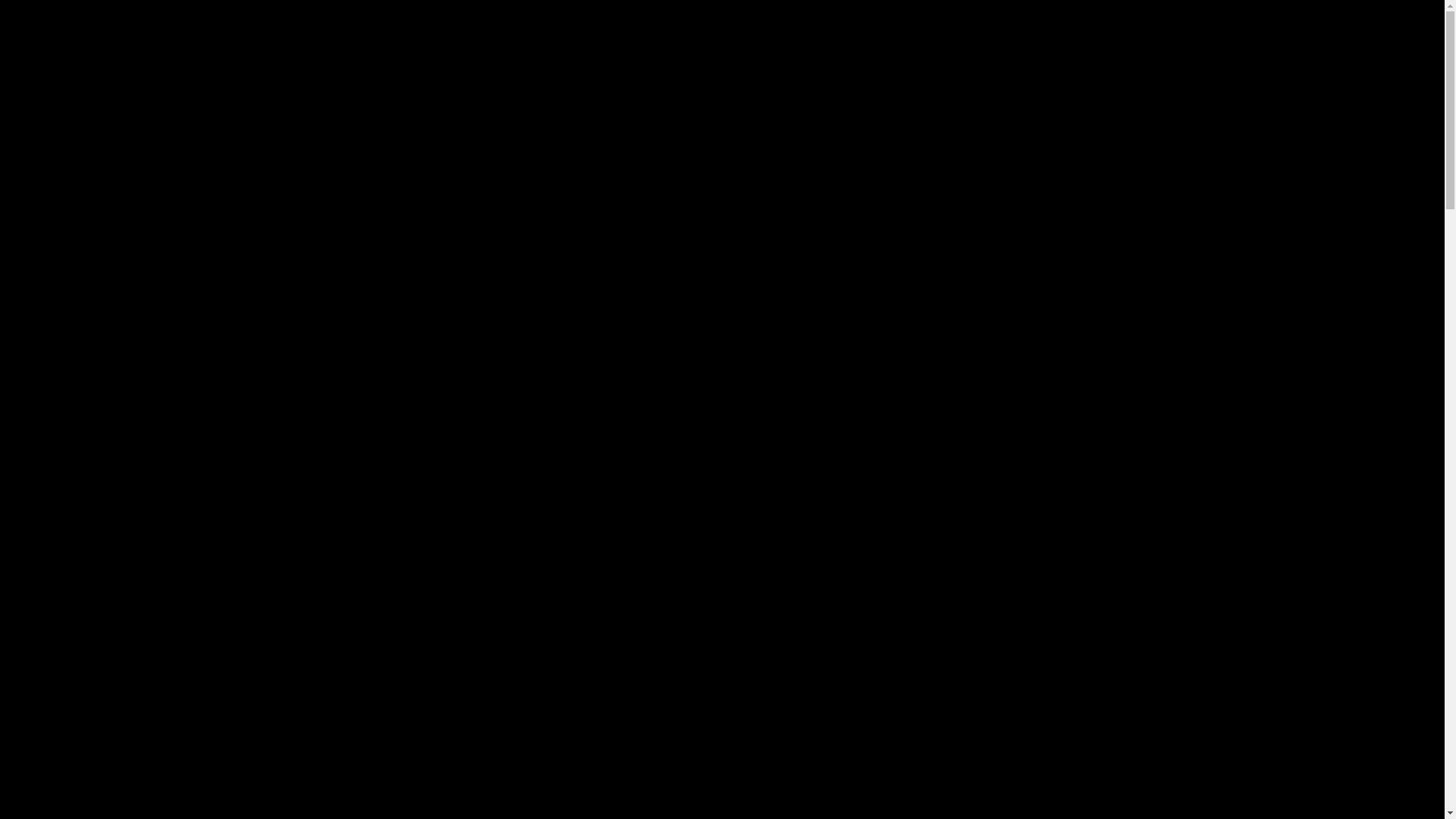 The width and height of the screenshot is (1456, 819). What do you see at coordinates (36, 94) in the screenshot?
I see `'Verkoopsvoorwaarden'` at bounding box center [36, 94].